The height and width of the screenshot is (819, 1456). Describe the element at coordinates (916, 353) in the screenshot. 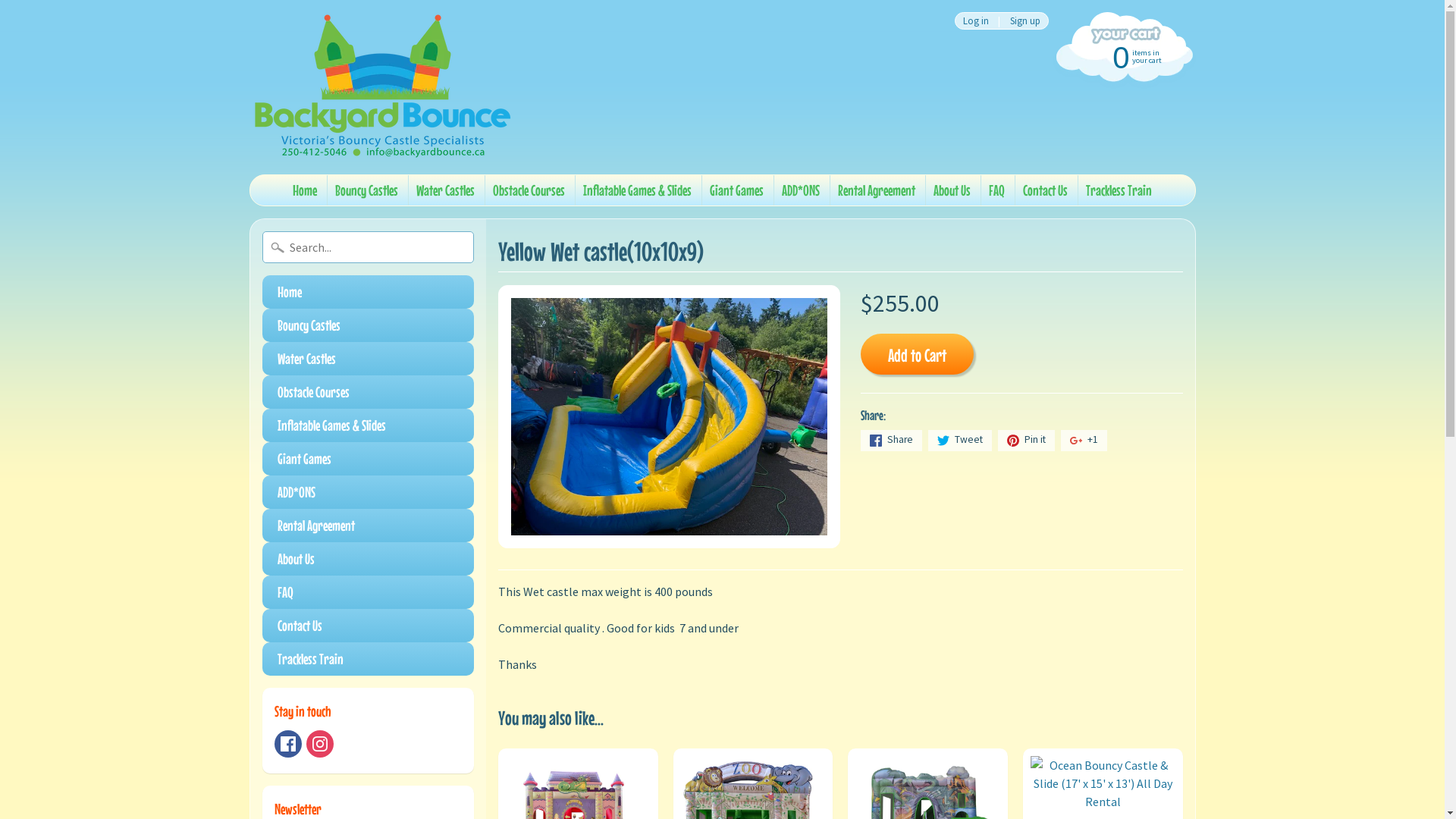

I see `'Add to Cart'` at that location.